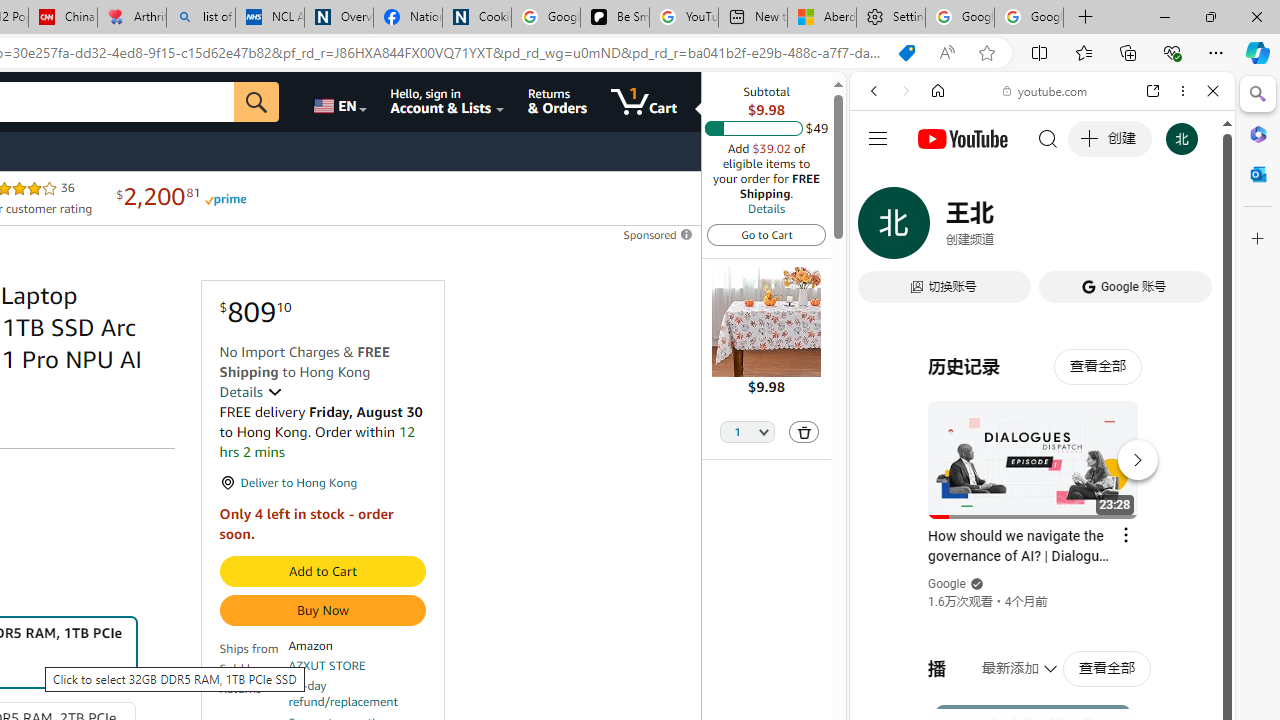 The height and width of the screenshot is (720, 1280). What do you see at coordinates (822, 17) in the screenshot?
I see `'Aberdeen, Hong Kong SAR hourly forecast | Microsoft Weather'` at bounding box center [822, 17].